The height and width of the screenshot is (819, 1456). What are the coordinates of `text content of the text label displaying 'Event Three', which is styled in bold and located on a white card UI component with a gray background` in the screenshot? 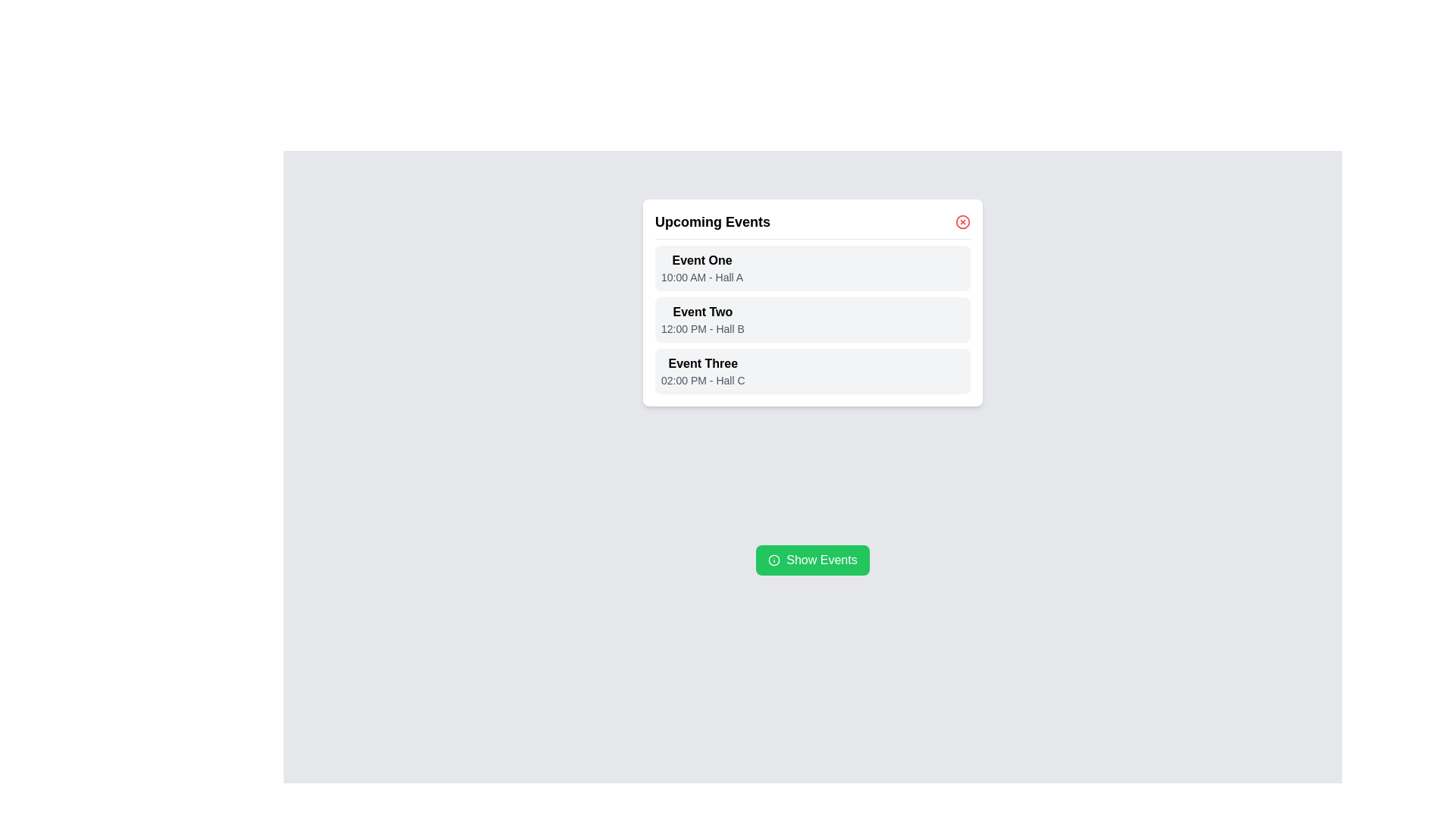 It's located at (702, 363).